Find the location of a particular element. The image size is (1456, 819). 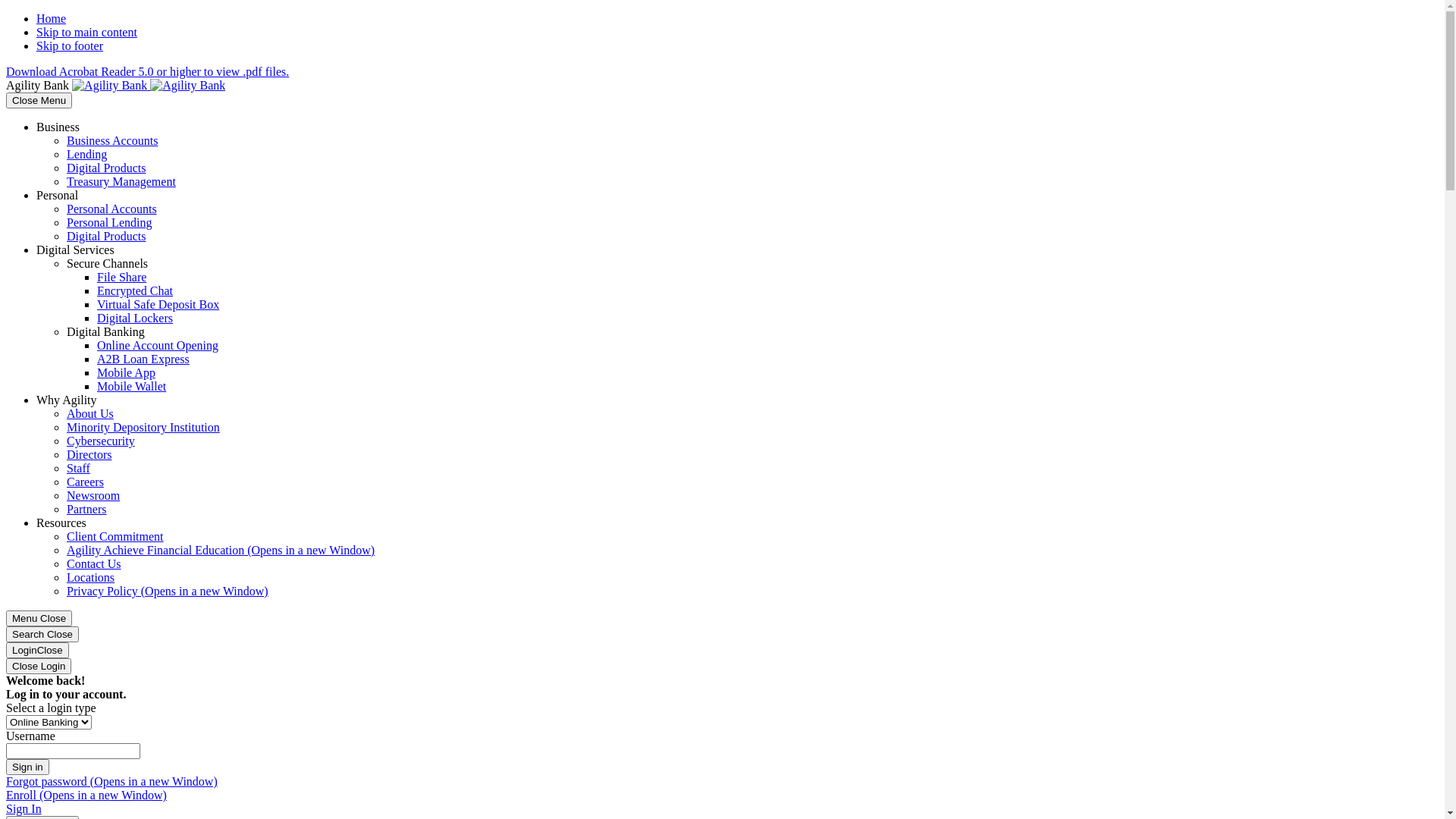

'Contact Us' is located at coordinates (93, 563).